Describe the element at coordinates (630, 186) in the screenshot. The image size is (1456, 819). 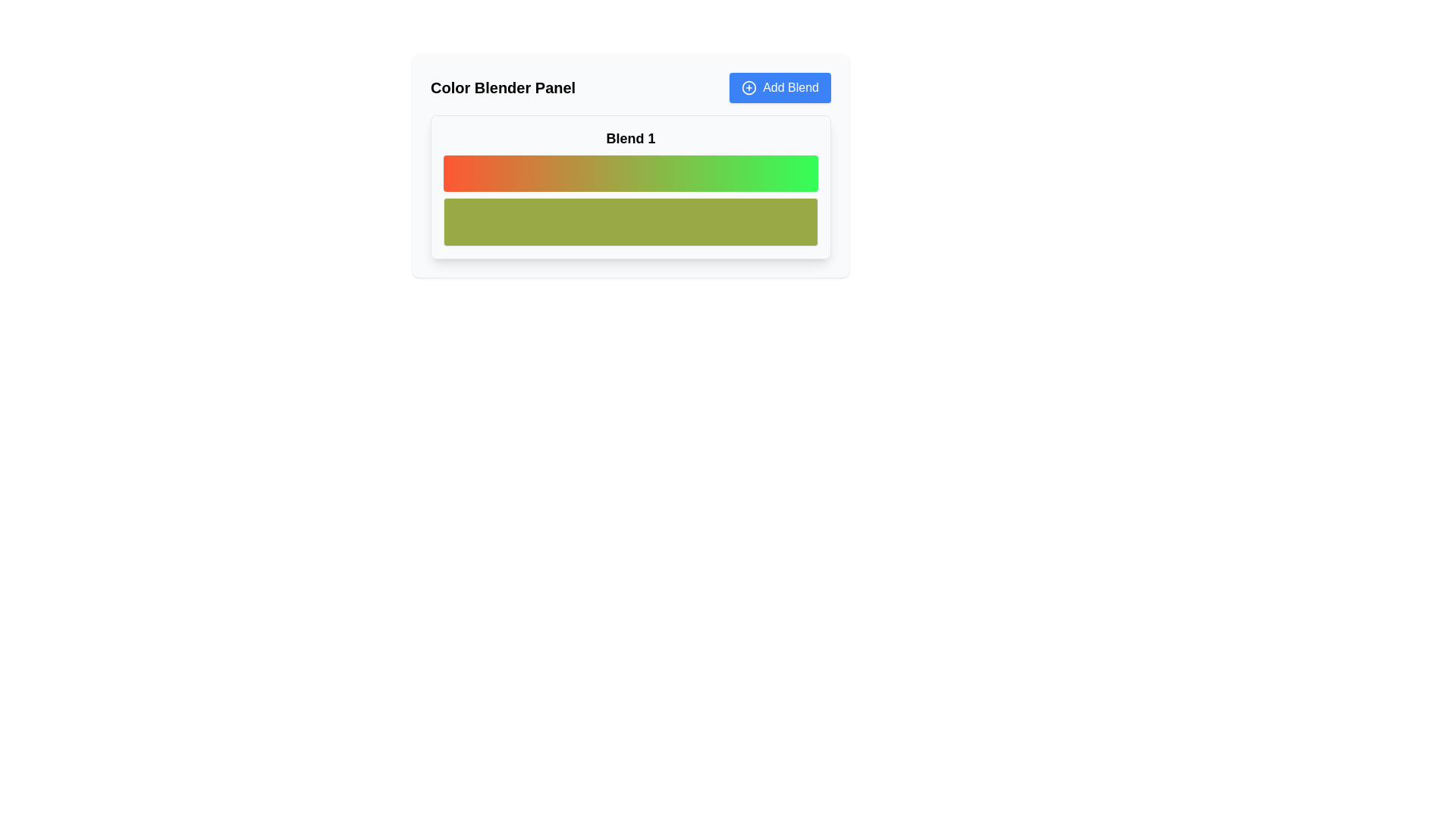
I see `the vibrant gradient bar beneath the 'Blend 1' title in the 'Color Blender Panel'` at that location.